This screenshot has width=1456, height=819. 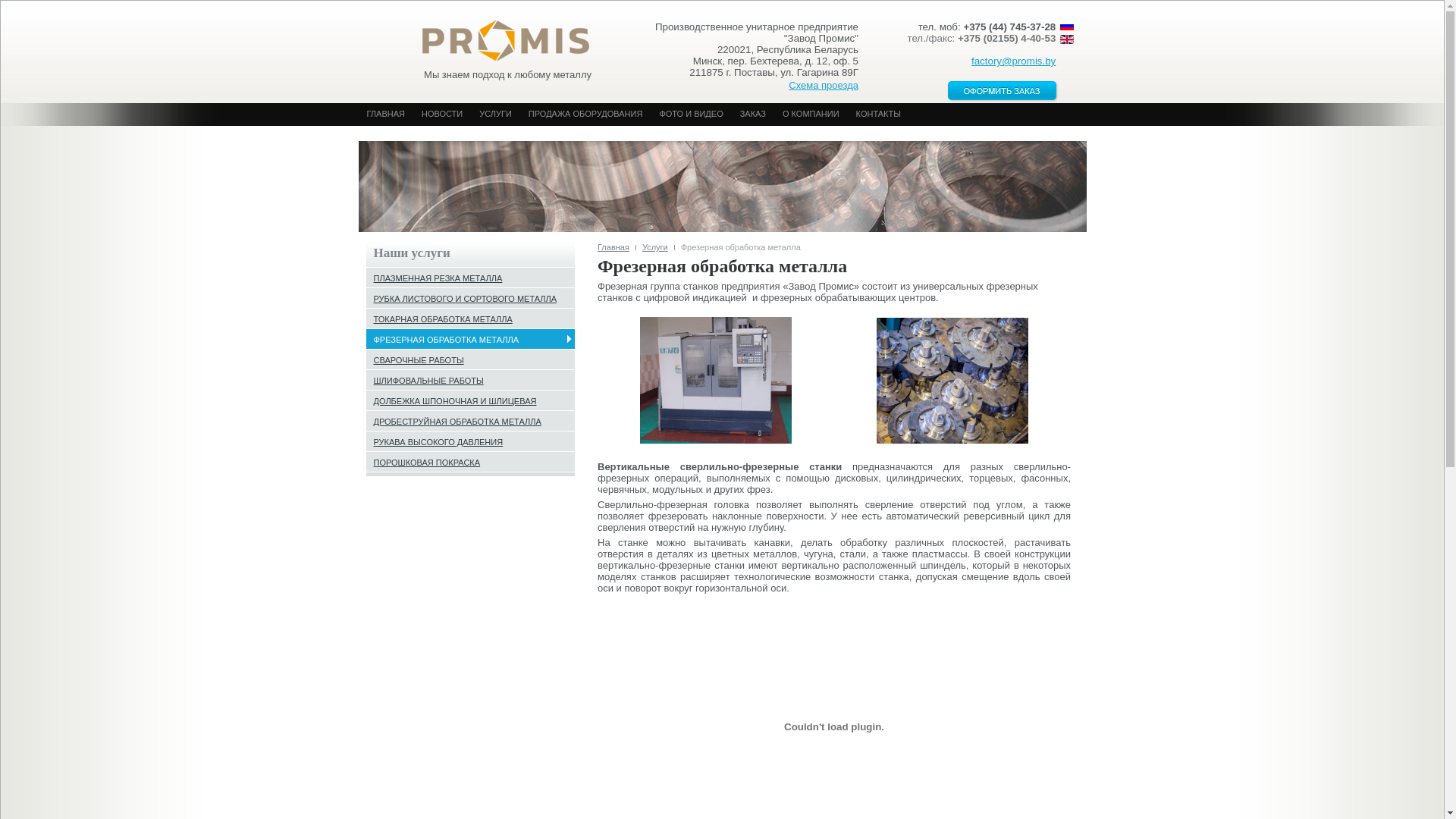 I want to click on '                      ', so click(x=498, y=35).